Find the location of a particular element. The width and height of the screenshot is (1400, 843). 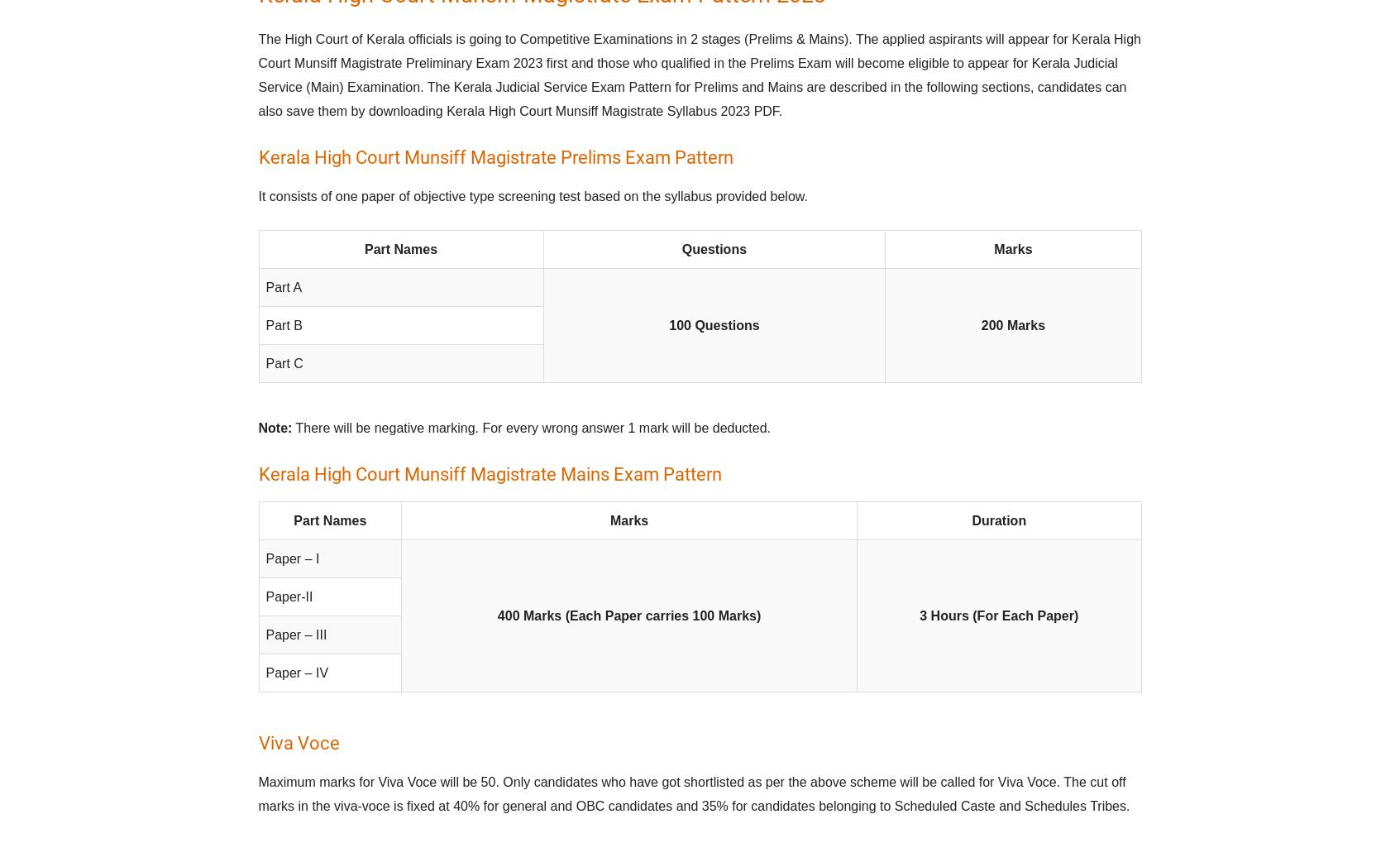

'Paper-II' is located at coordinates (289, 596).